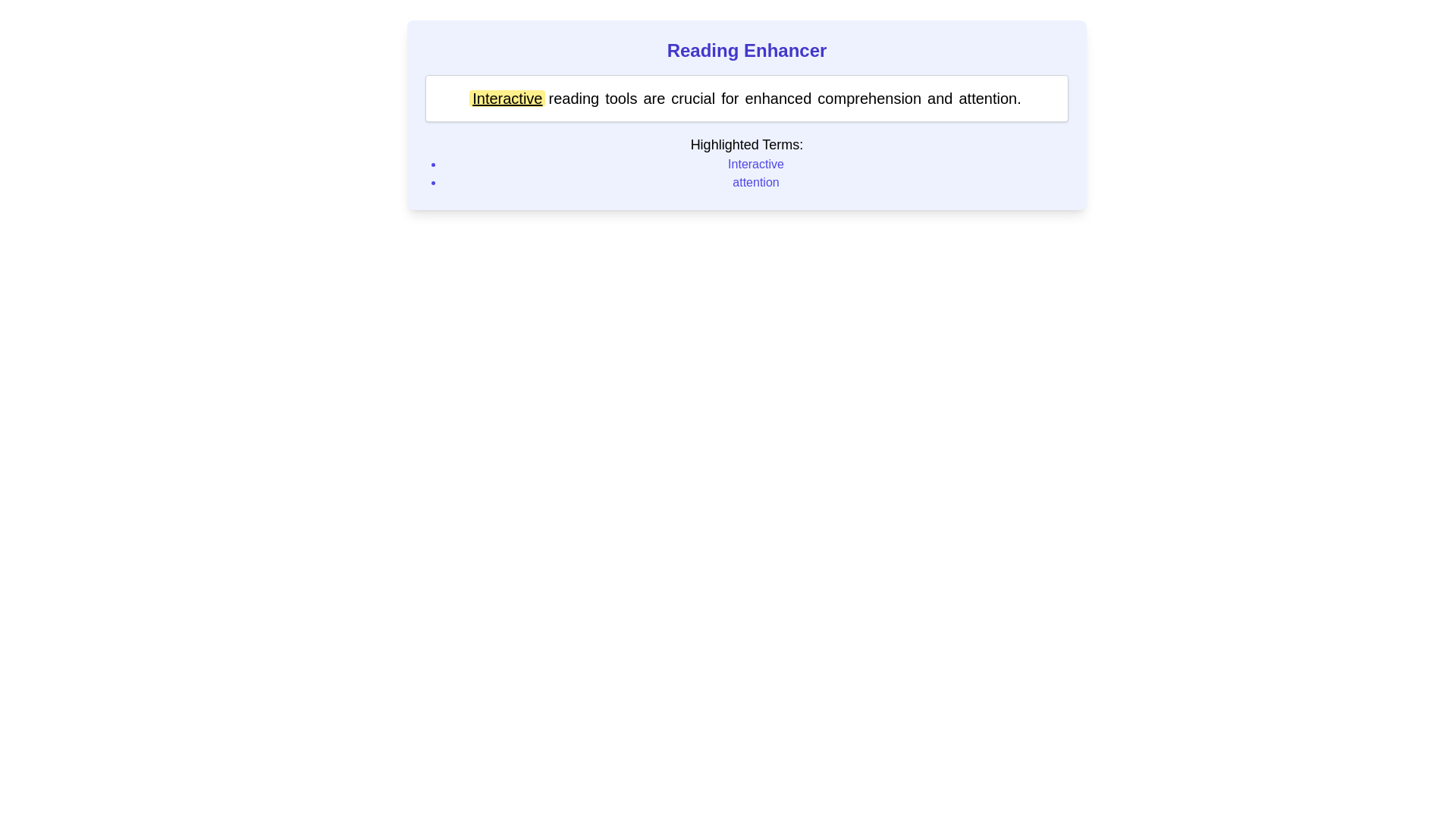  What do you see at coordinates (756, 164) in the screenshot?
I see `the text element displaying the word 'Interactive', which is styled in blue and is the first item in the bulleted list under 'Highlighted Terms'` at bounding box center [756, 164].